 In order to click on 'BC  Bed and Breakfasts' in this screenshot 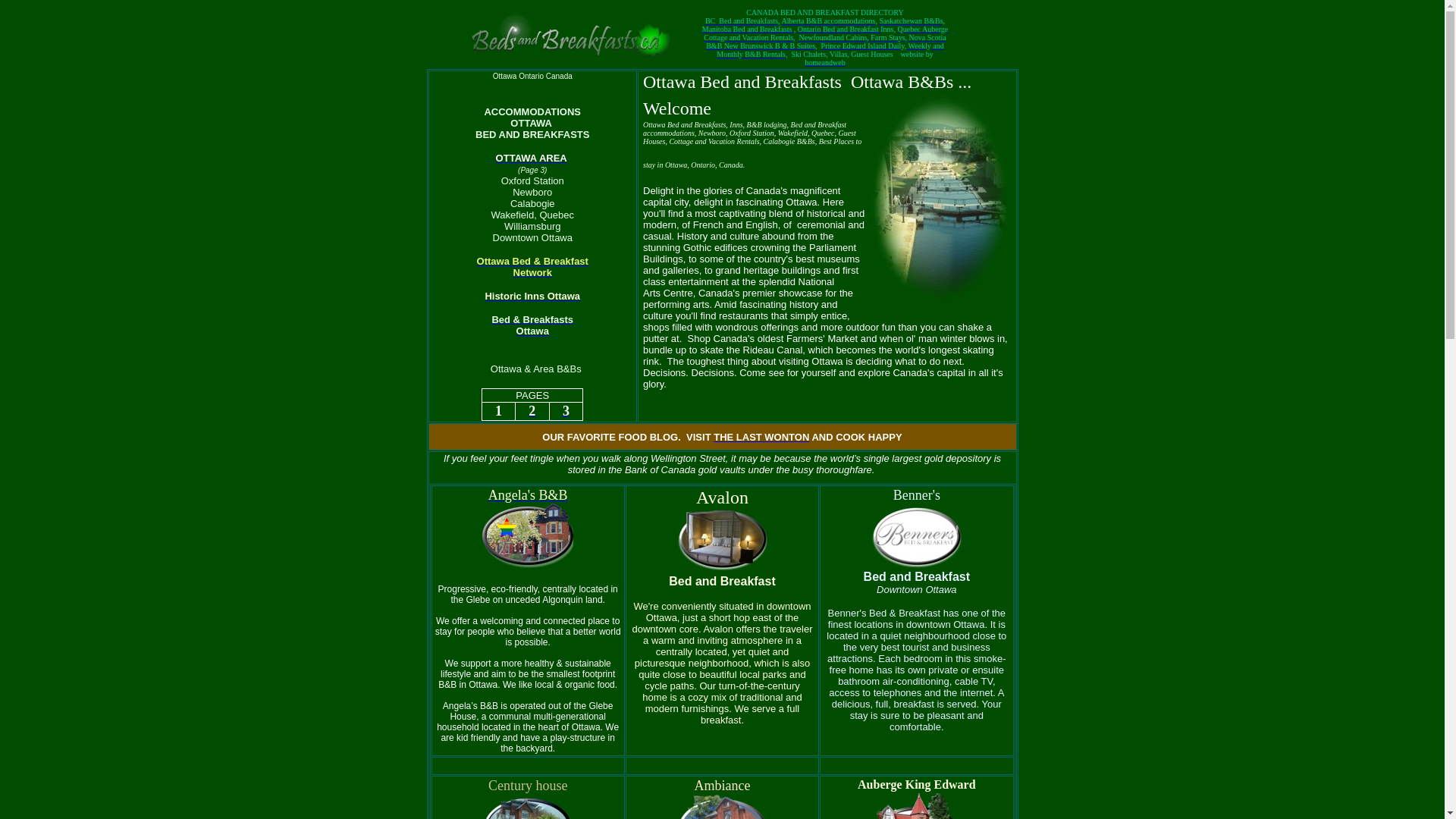, I will do `click(742, 19)`.